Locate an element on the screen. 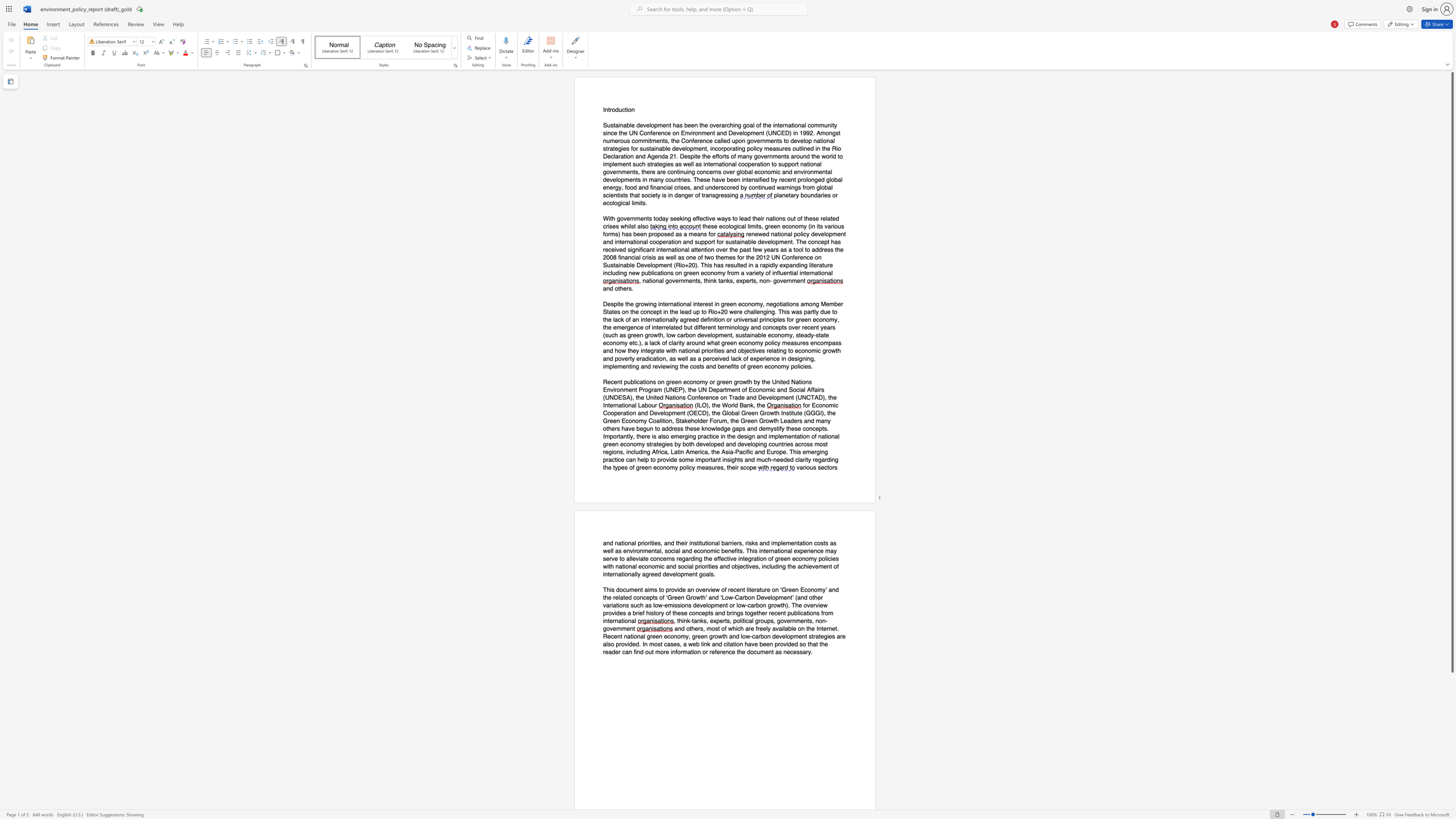  the scrollbar to move the content lower is located at coordinates (1451, 795).